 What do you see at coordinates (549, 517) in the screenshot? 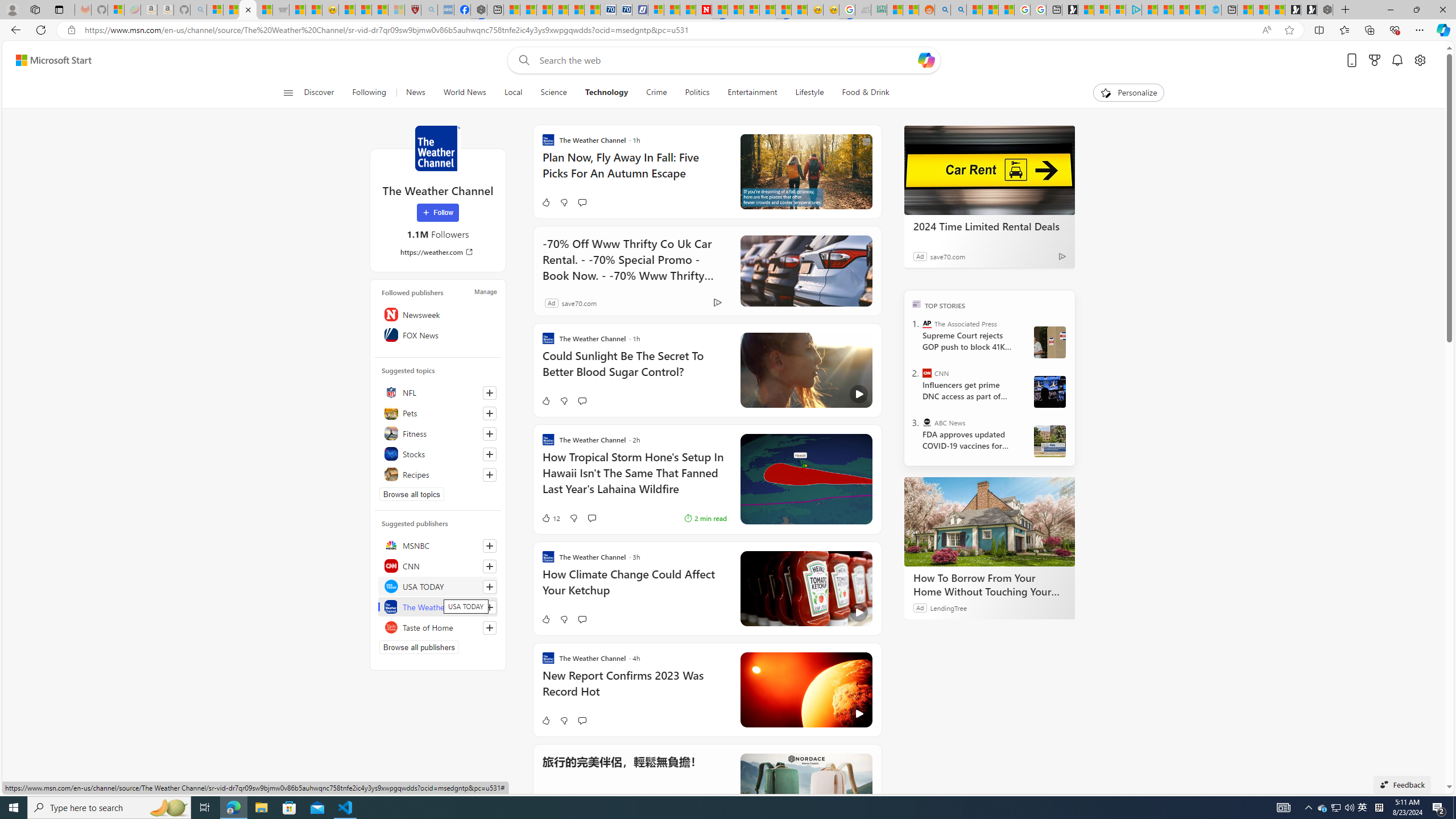
I see `'12 Like'` at bounding box center [549, 517].